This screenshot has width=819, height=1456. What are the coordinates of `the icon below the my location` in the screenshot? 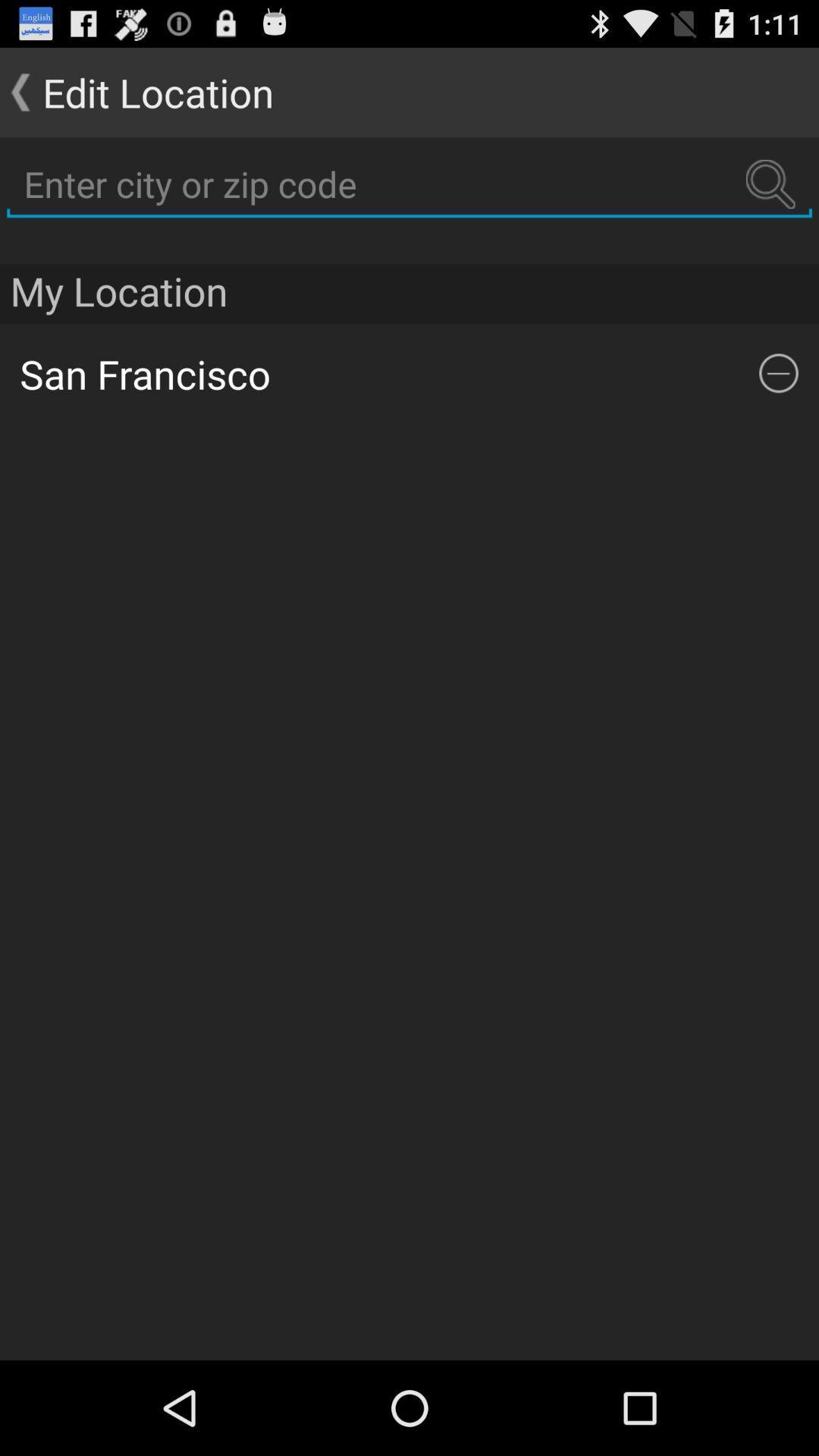 It's located at (779, 373).